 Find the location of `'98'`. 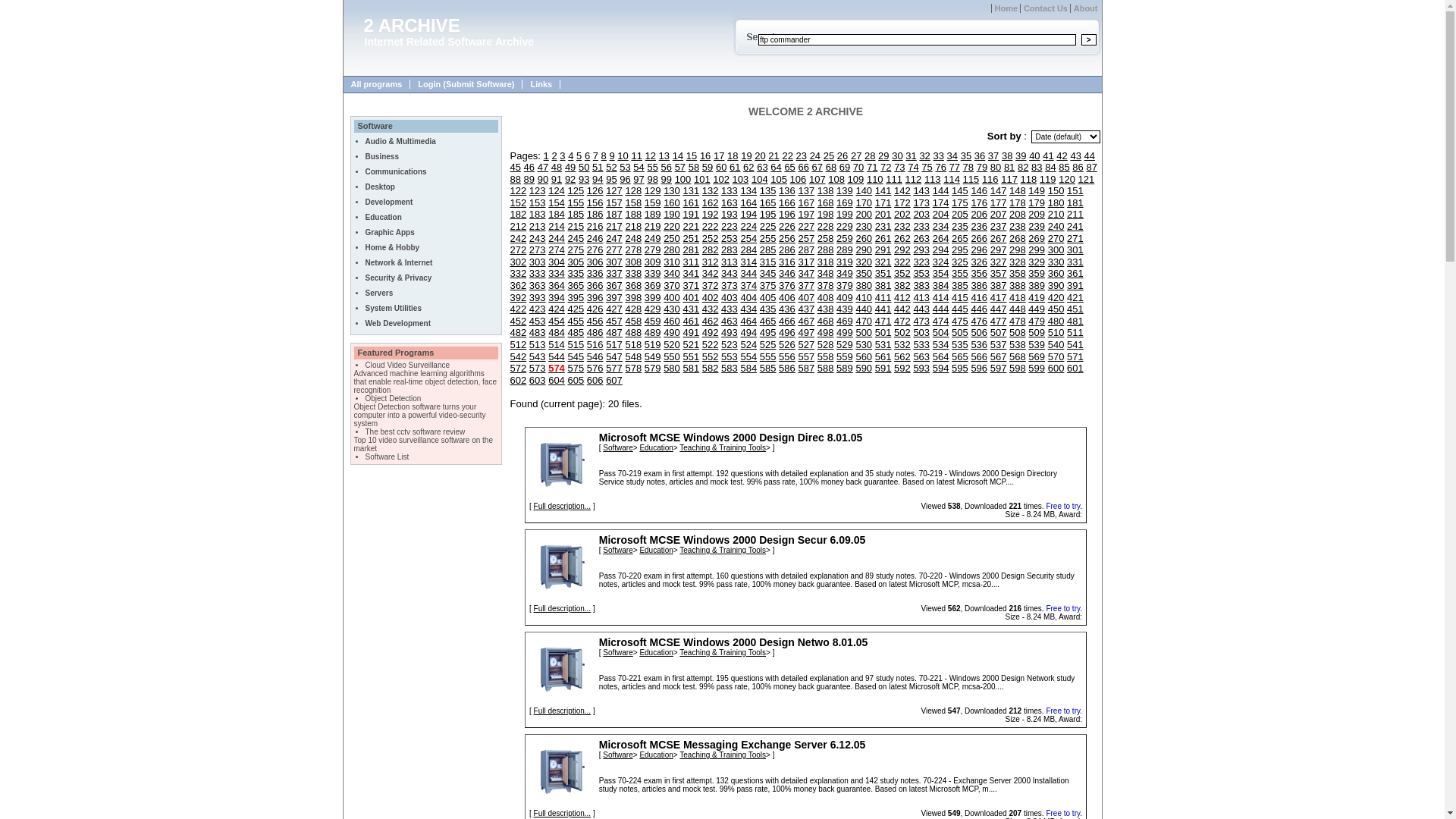

'98' is located at coordinates (651, 178).